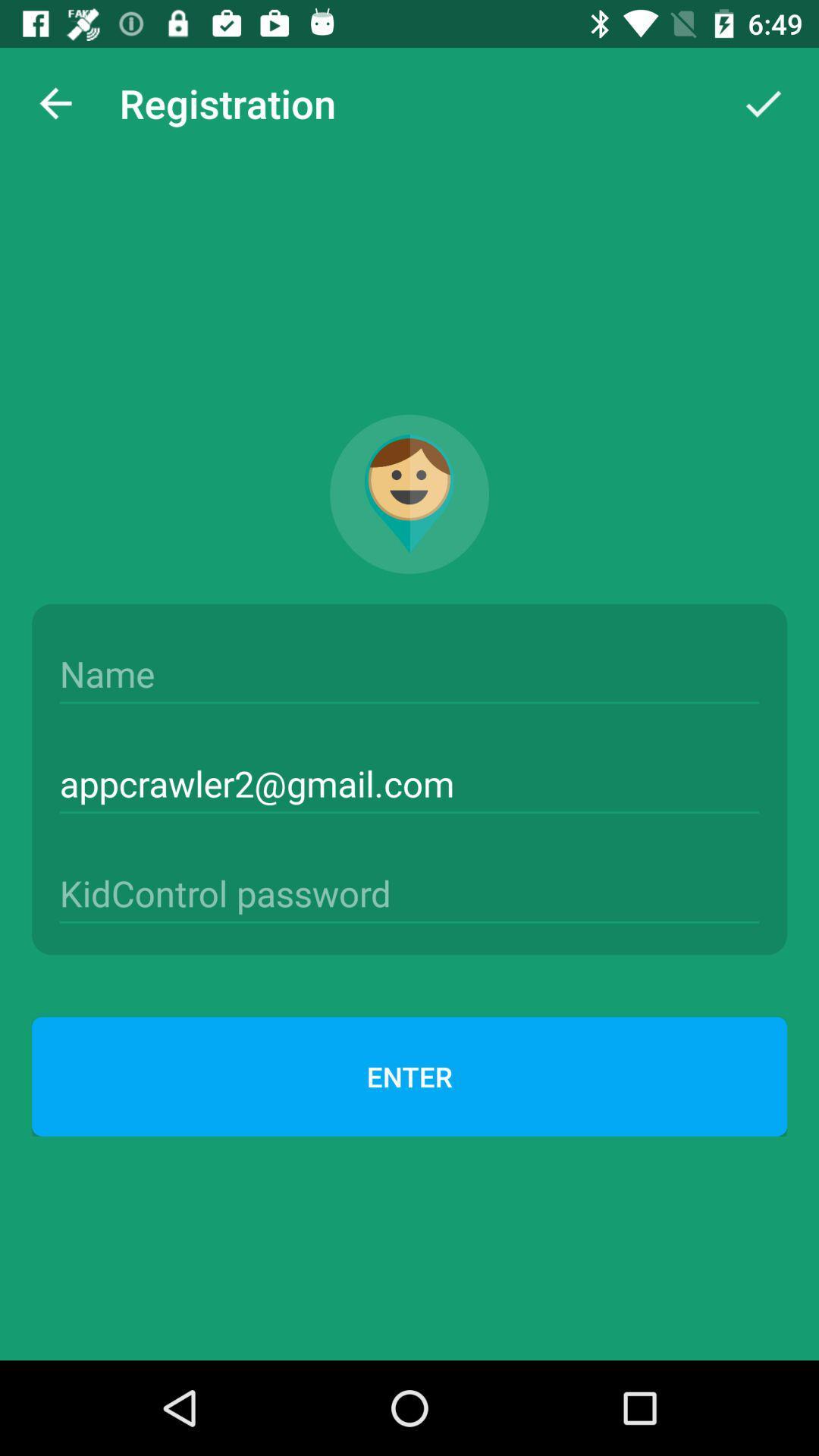  Describe the element at coordinates (409, 894) in the screenshot. I see `password` at that location.